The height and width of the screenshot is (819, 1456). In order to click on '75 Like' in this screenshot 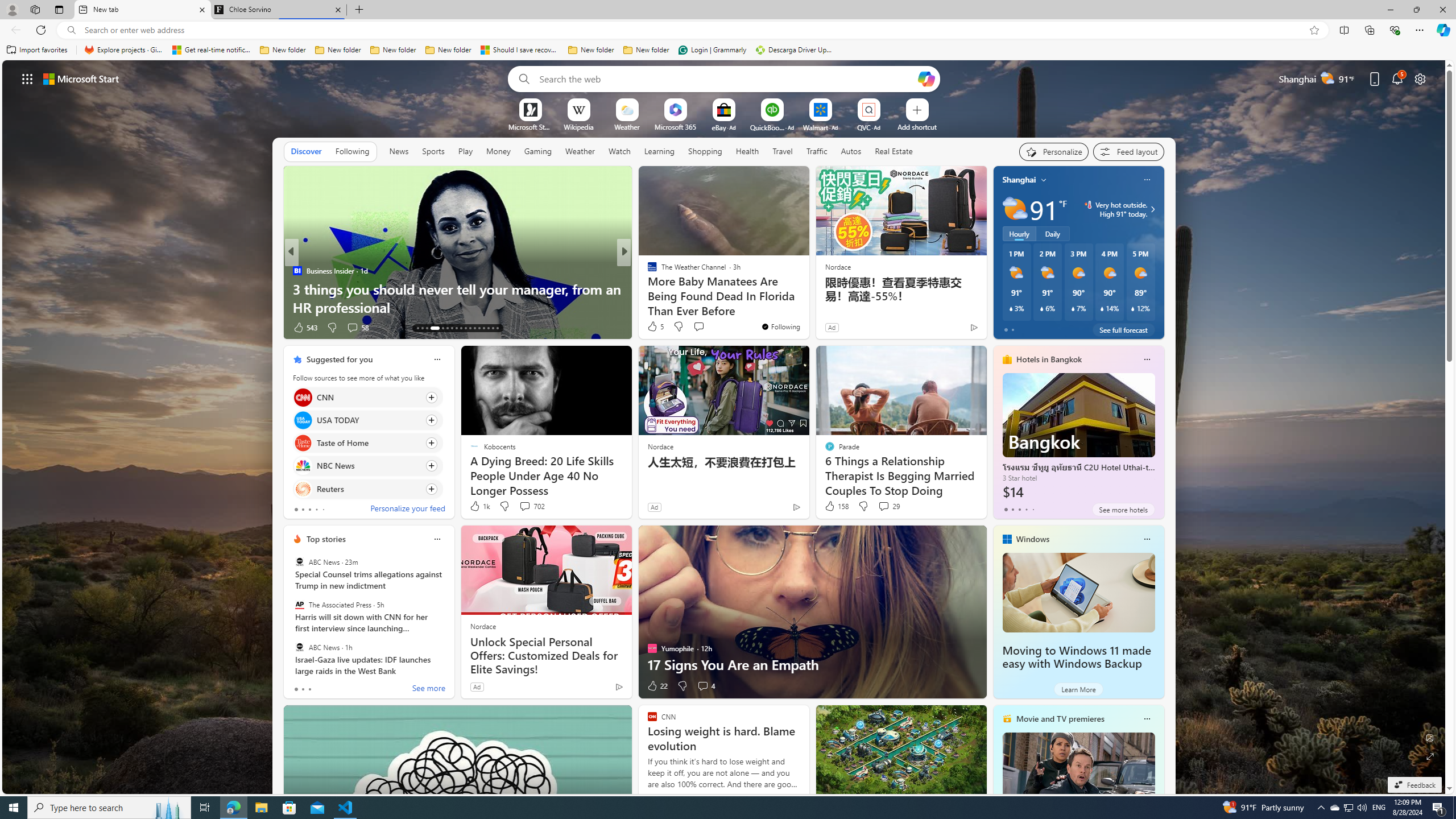, I will do `click(652, 327)`.